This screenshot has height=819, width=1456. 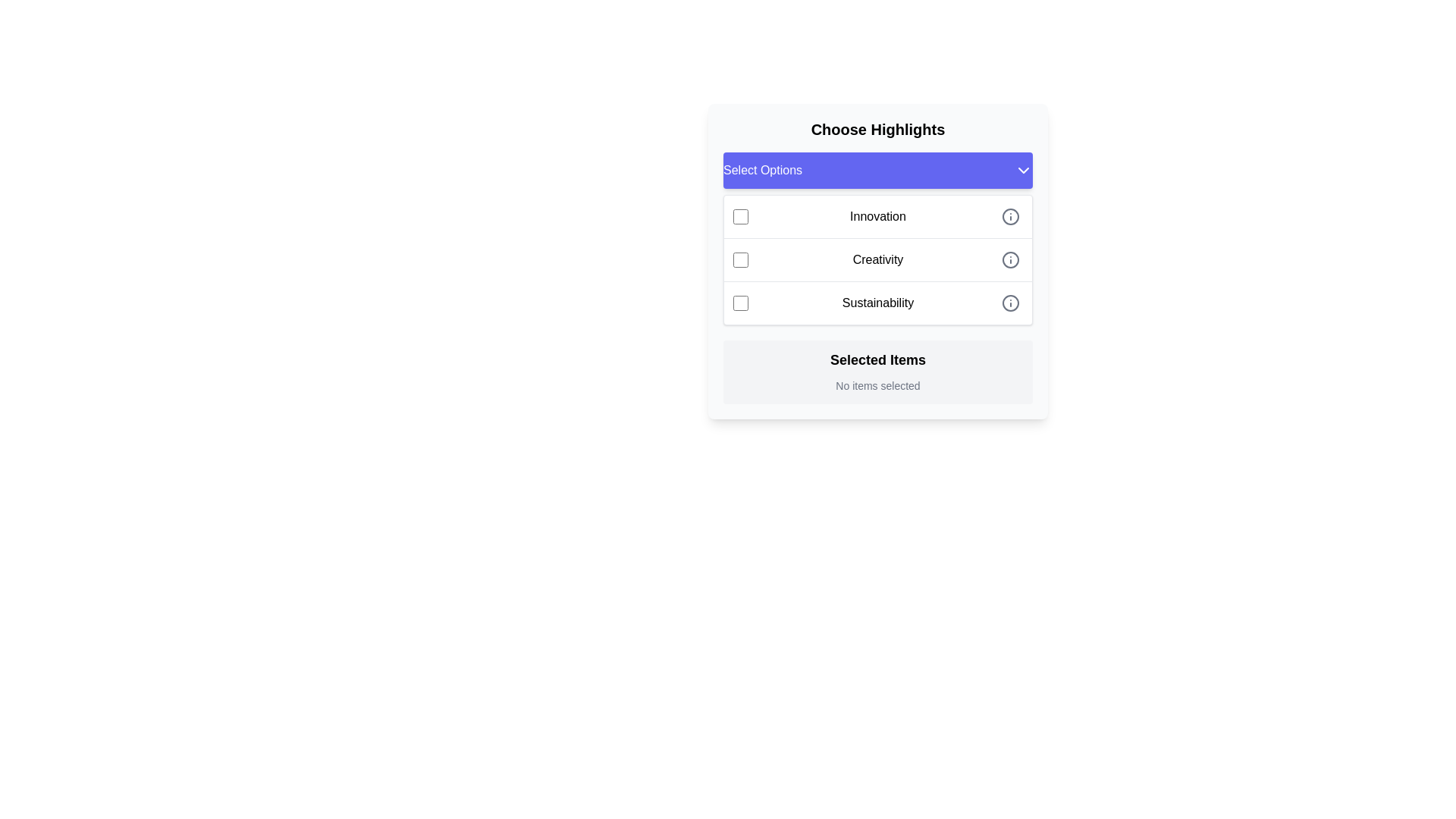 What do you see at coordinates (877, 303) in the screenshot?
I see `the text label displaying 'Sustainability'` at bounding box center [877, 303].